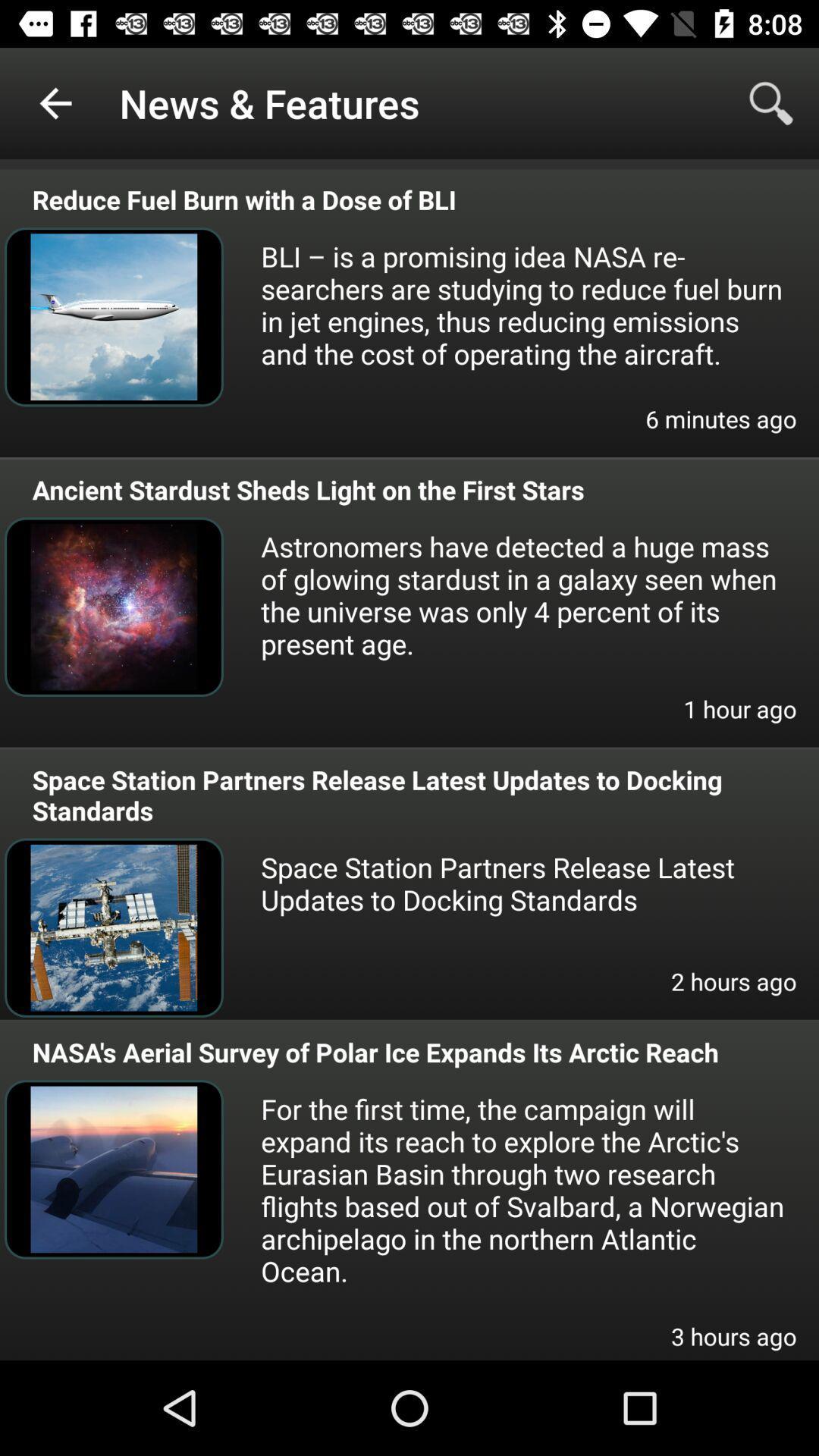  What do you see at coordinates (55, 102) in the screenshot?
I see `the icon above the reduce fuel burn icon` at bounding box center [55, 102].